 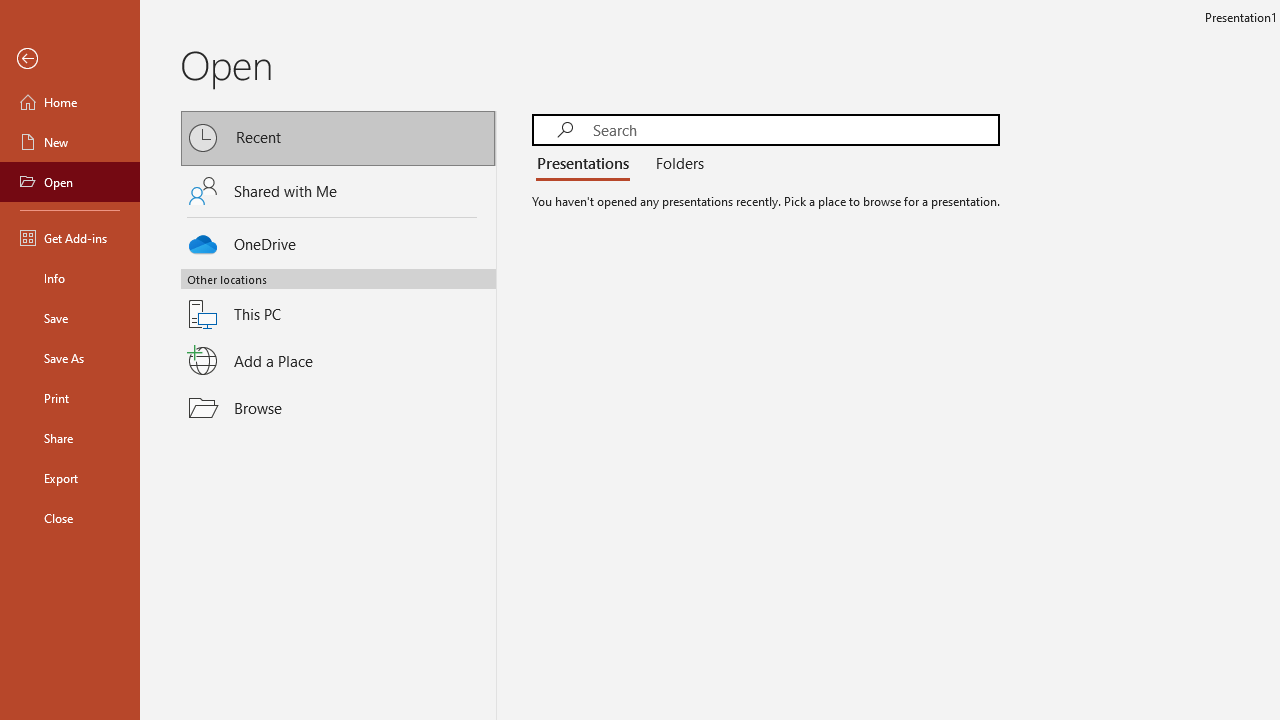 What do you see at coordinates (69, 58) in the screenshot?
I see `'Back'` at bounding box center [69, 58].